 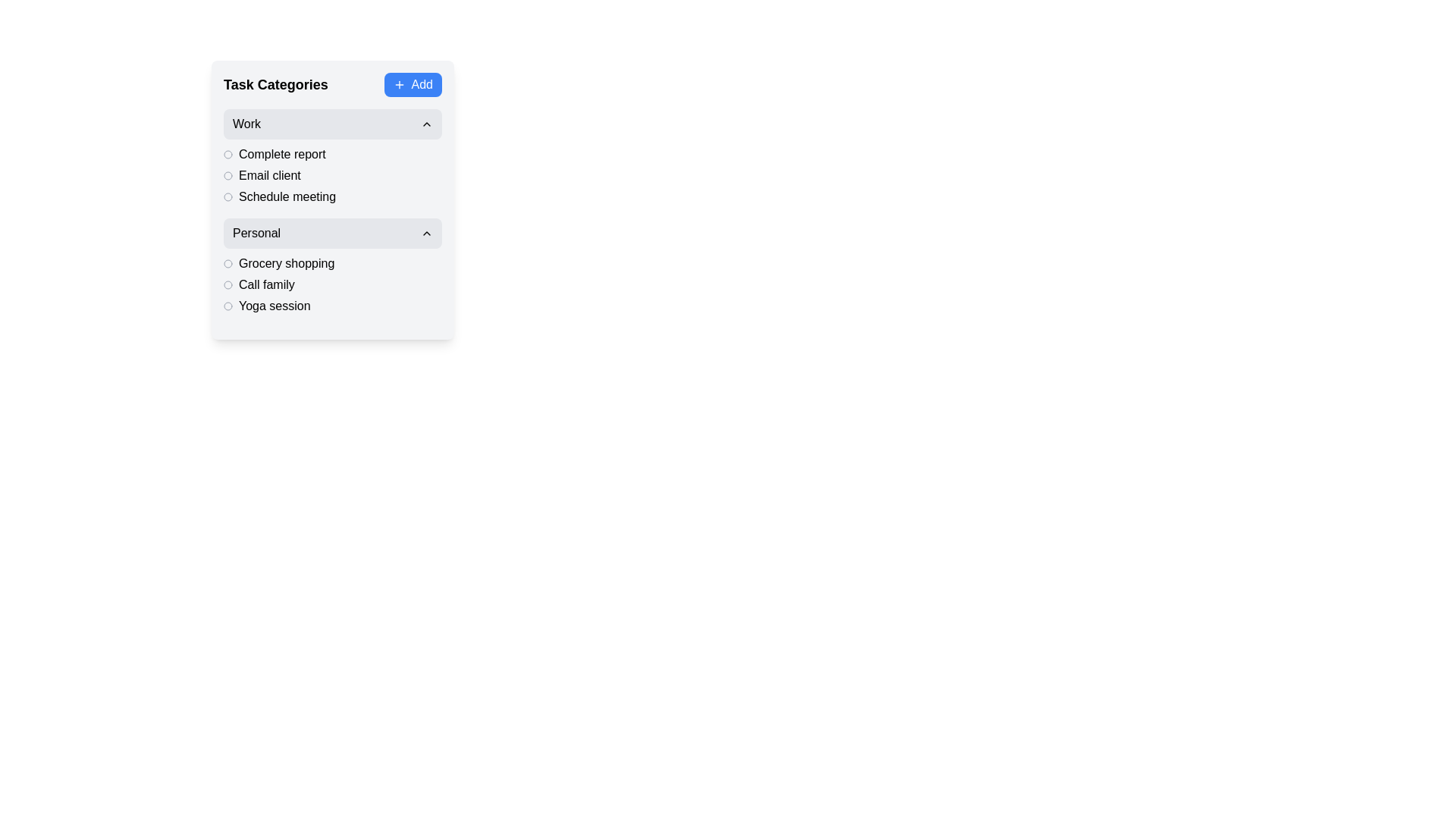 What do you see at coordinates (331, 212) in the screenshot?
I see `the collapsible list component section` at bounding box center [331, 212].